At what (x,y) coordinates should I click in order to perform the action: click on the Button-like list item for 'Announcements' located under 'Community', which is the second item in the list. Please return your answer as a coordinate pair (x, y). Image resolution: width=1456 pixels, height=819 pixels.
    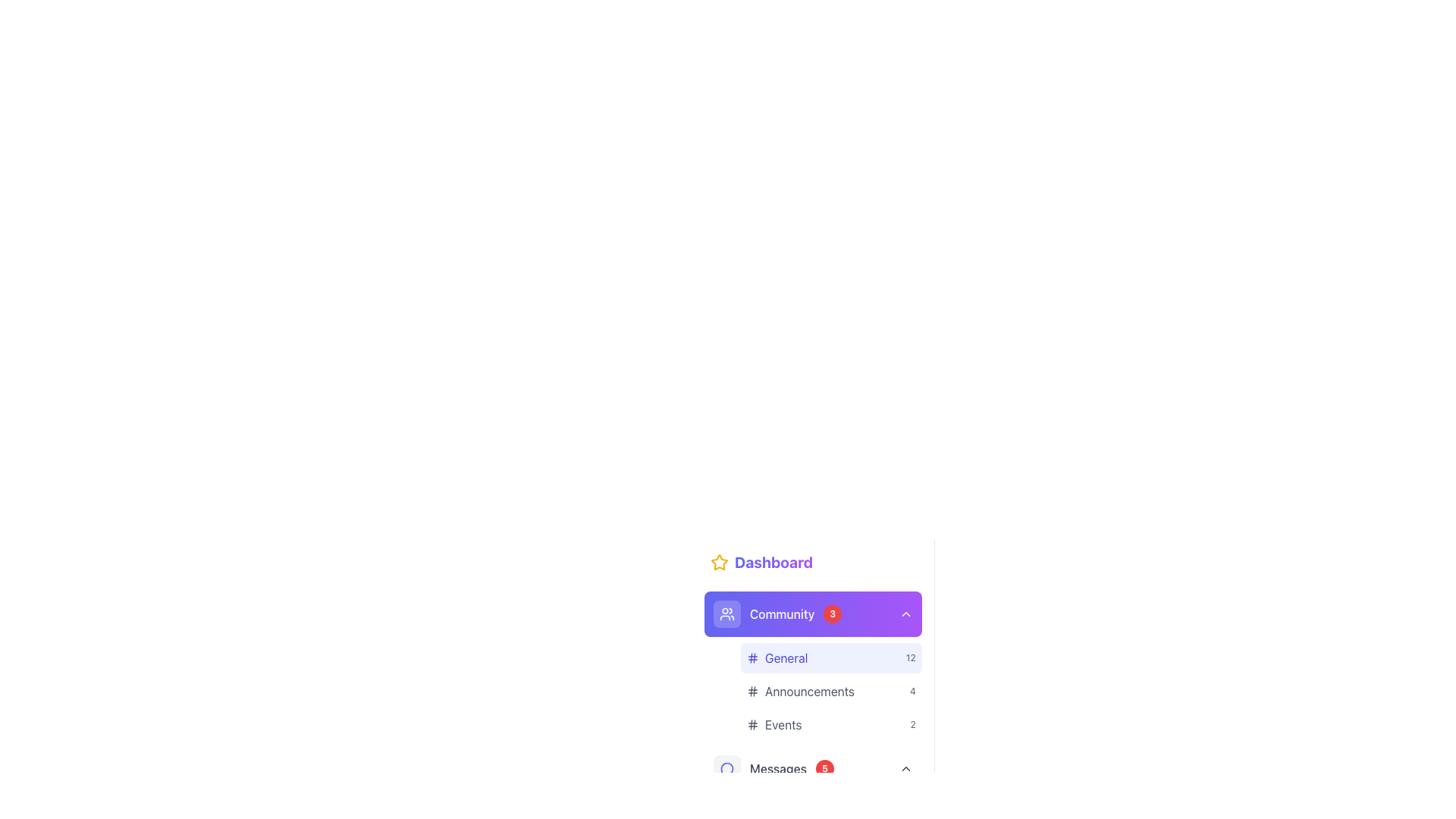
    Looking at the image, I should click on (830, 691).